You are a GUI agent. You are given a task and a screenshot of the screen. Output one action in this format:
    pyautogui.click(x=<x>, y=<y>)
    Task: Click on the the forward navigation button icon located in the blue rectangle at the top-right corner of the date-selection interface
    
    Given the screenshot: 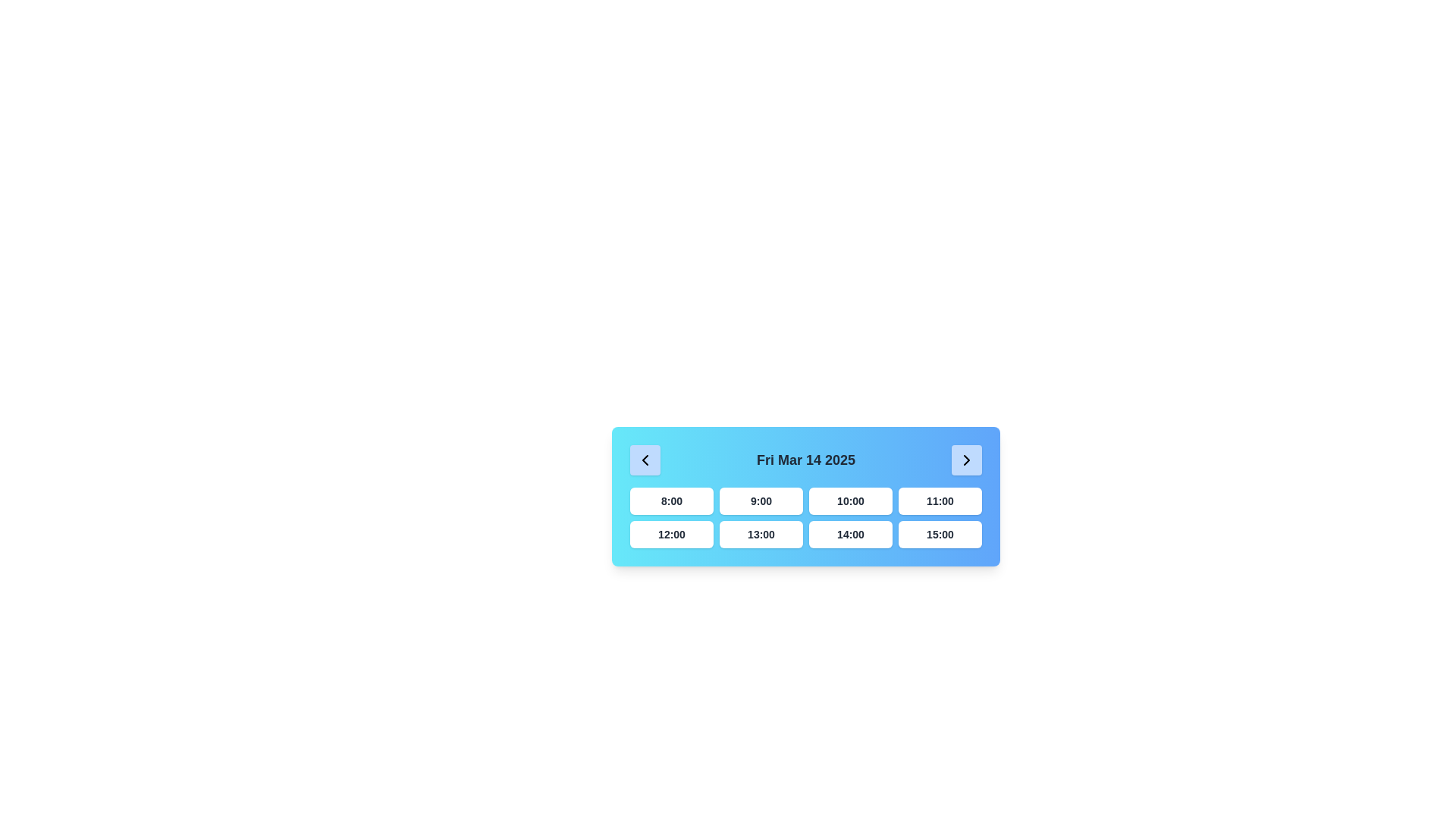 What is the action you would take?
    pyautogui.click(x=966, y=459)
    